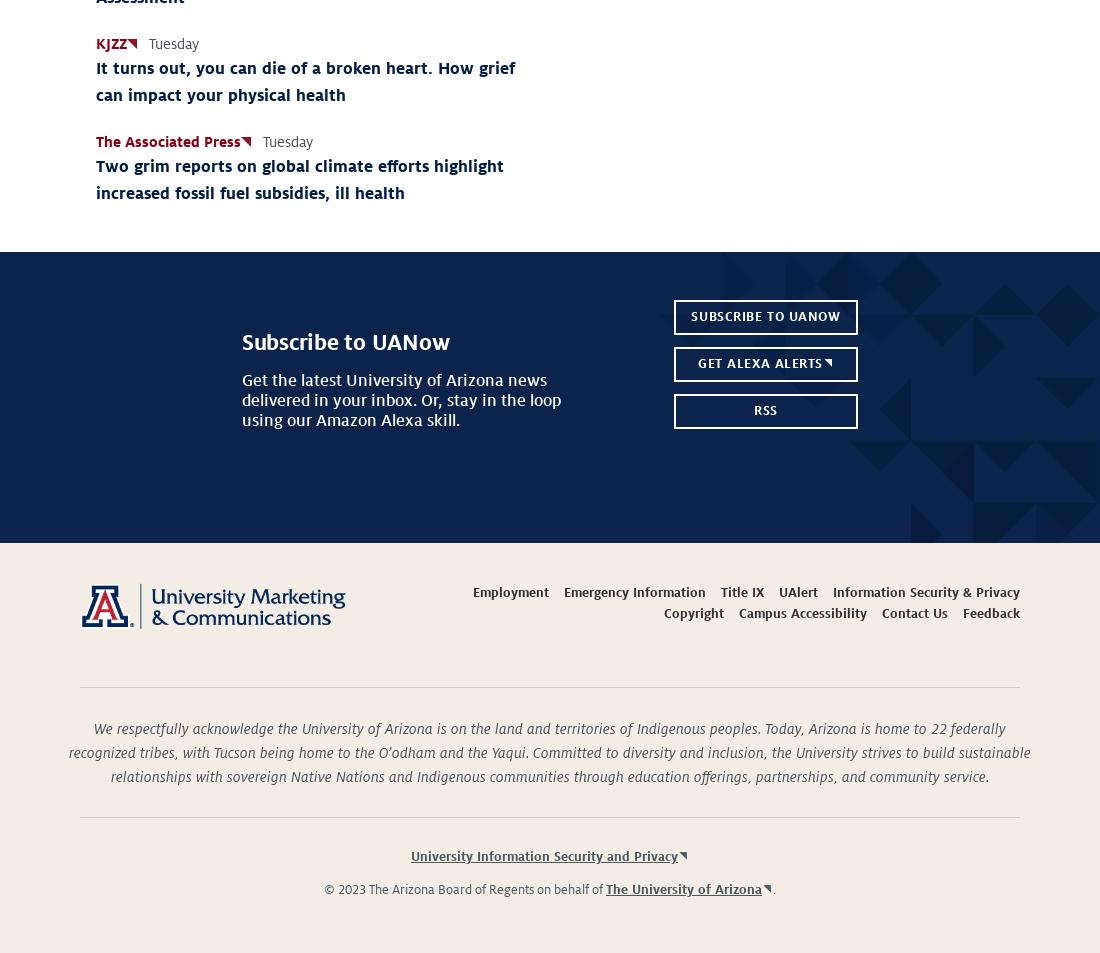  I want to click on 'We respectfully acknowledge the University of Arizona is on the land and territories of Indigenous peoples. Today, Arizona is home to 22 federally recognized tribes, with Tucson being home to the O’odham and the Yaqui. Committed to diversity and inclusion, the University strives to build sustainable relationships with sovereign Native Nations and Indigenous communities through education offerings, partnerships, and community service.', so click(550, 752).